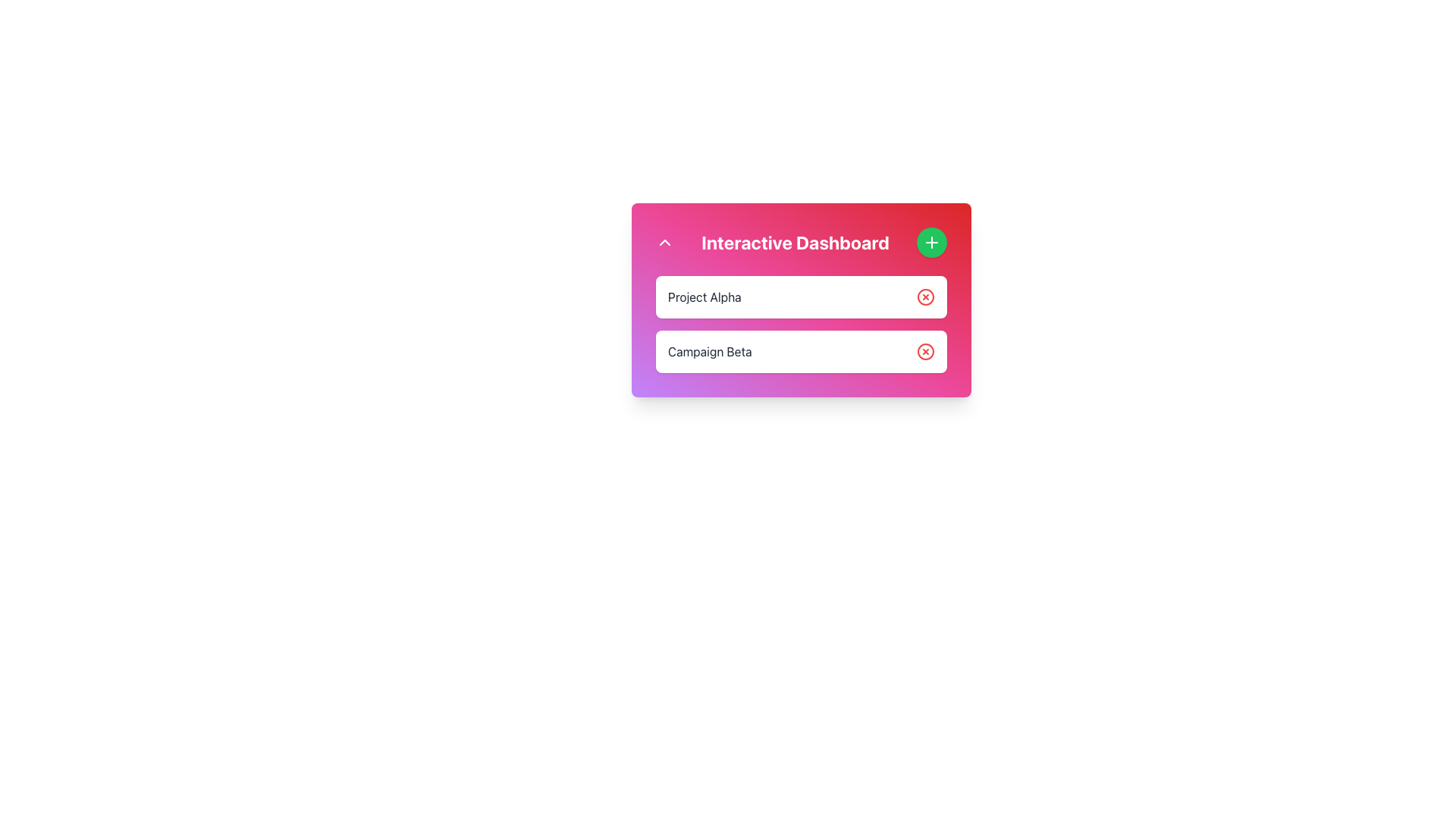  Describe the element at coordinates (924, 297) in the screenshot. I see `the circular red 'X' delete button located to the right of the 'Project Alpha' label` at that location.